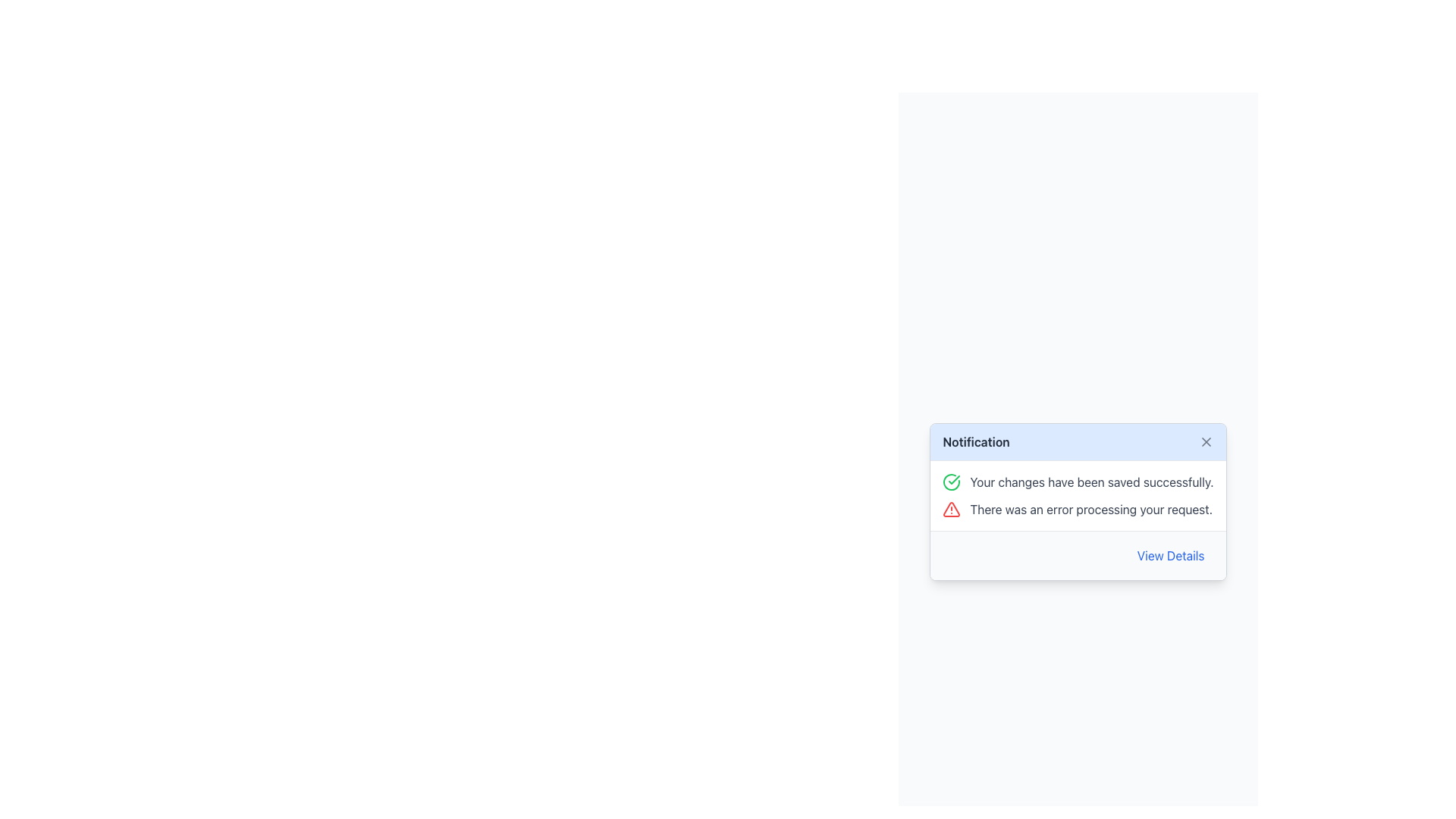 This screenshot has width=1456, height=819. I want to click on the static text label located in the header section of the notification box, which serves as a title indicating its purpose or content type, so click(976, 441).